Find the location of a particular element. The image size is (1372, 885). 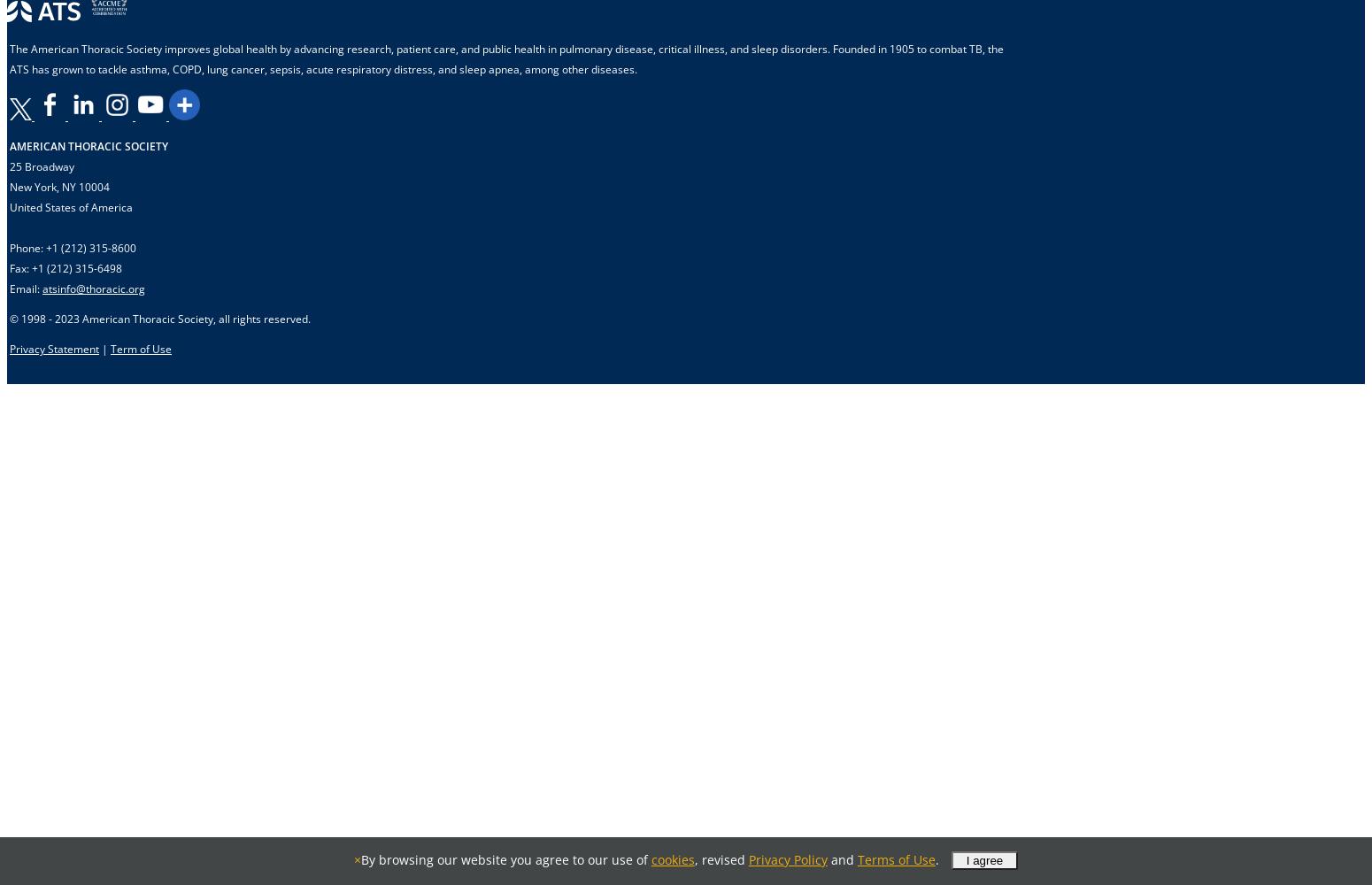

'Term of Use' is located at coordinates (110, 349).